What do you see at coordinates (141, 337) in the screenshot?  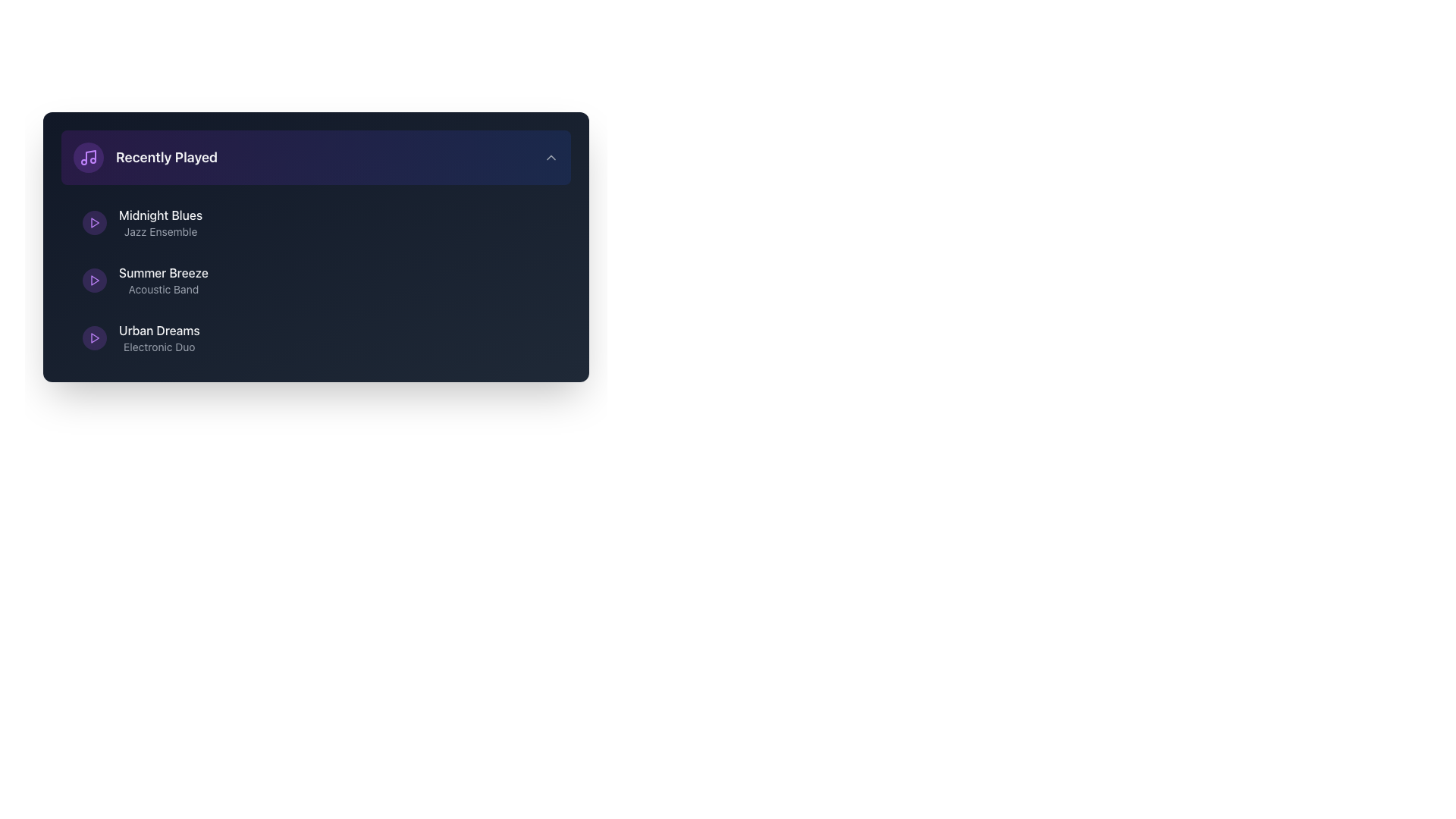 I see `the text block containing the title 'Urban Dreams' and subtitle 'Electronic Duo'` at bounding box center [141, 337].